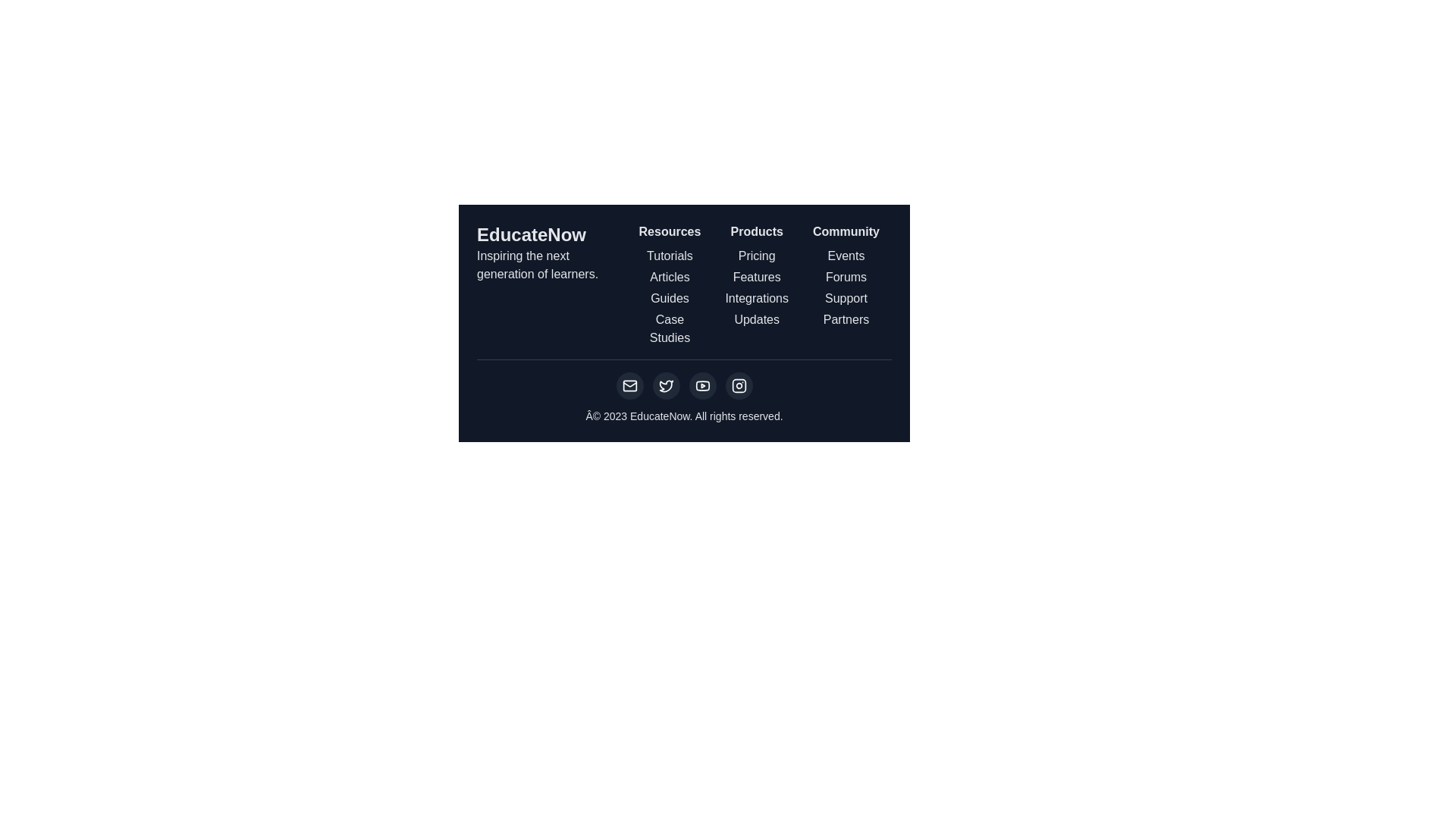 This screenshot has height=819, width=1456. I want to click on the second hyperlink in the 'Products' column, which is located below the 'Pricing' link and above 'Integrations', so click(757, 278).